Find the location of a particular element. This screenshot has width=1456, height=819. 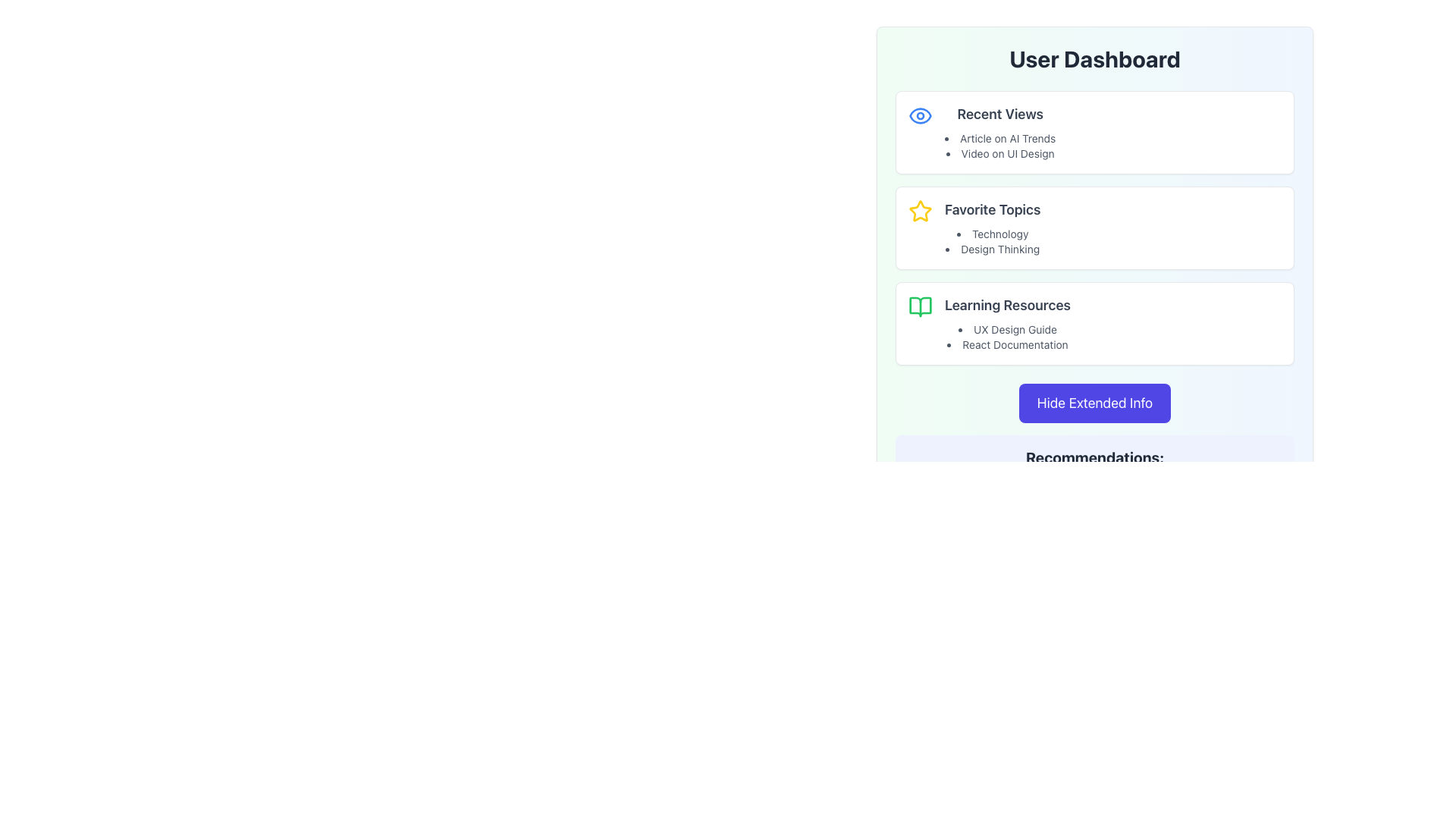

the right side shape of the 'open book' icon in the 'Learning Resources' section, located in the right panel under 'Favorite Topics' is located at coordinates (920, 307).